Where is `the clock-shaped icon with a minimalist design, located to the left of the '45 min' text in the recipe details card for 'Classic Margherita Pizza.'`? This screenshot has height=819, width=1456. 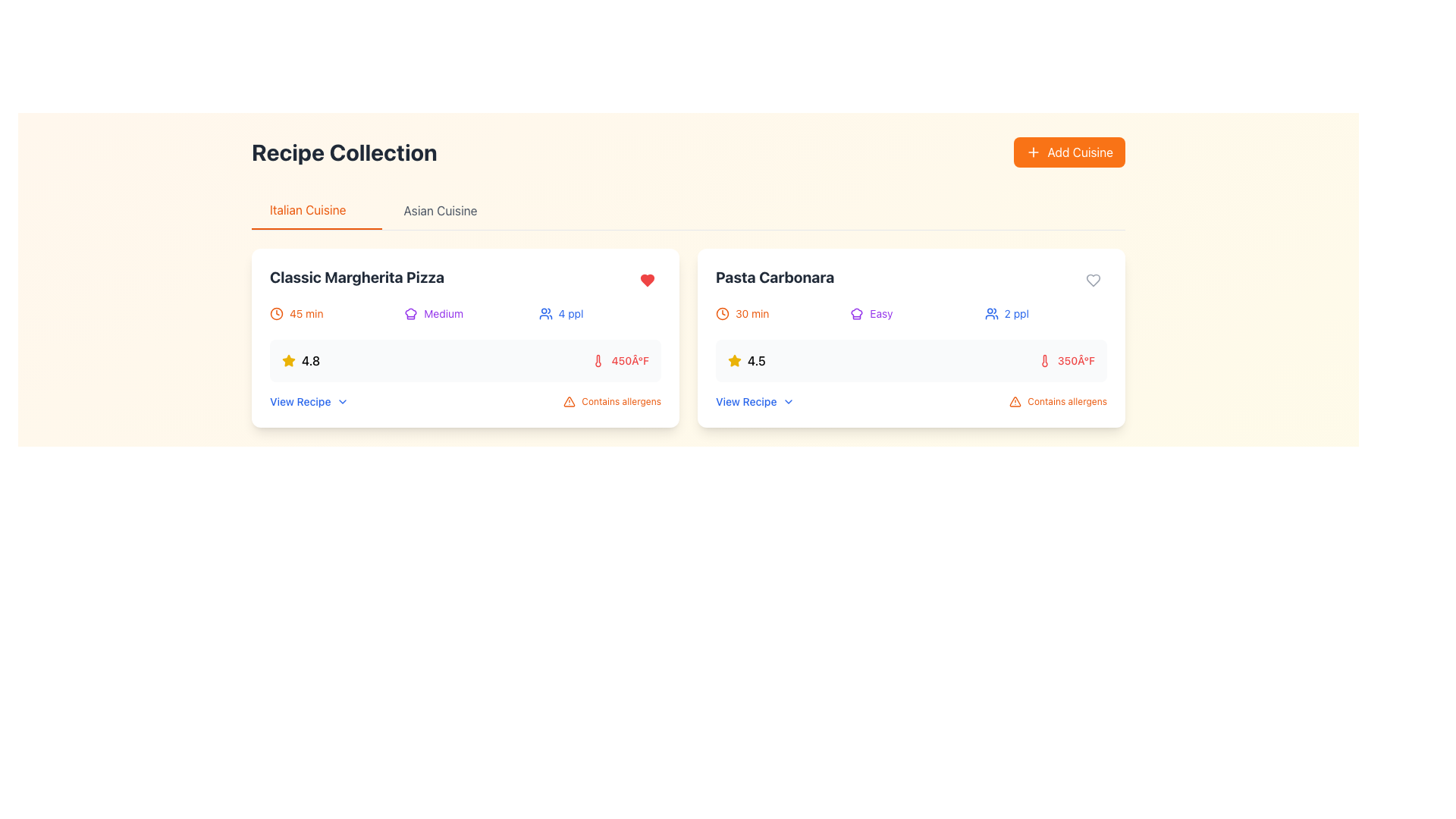
the clock-shaped icon with a minimalist design, located to the left of the '45 min' text in the recipe details card for 'Classic Margherita Pizza.' is located at coordinates (276, 312).